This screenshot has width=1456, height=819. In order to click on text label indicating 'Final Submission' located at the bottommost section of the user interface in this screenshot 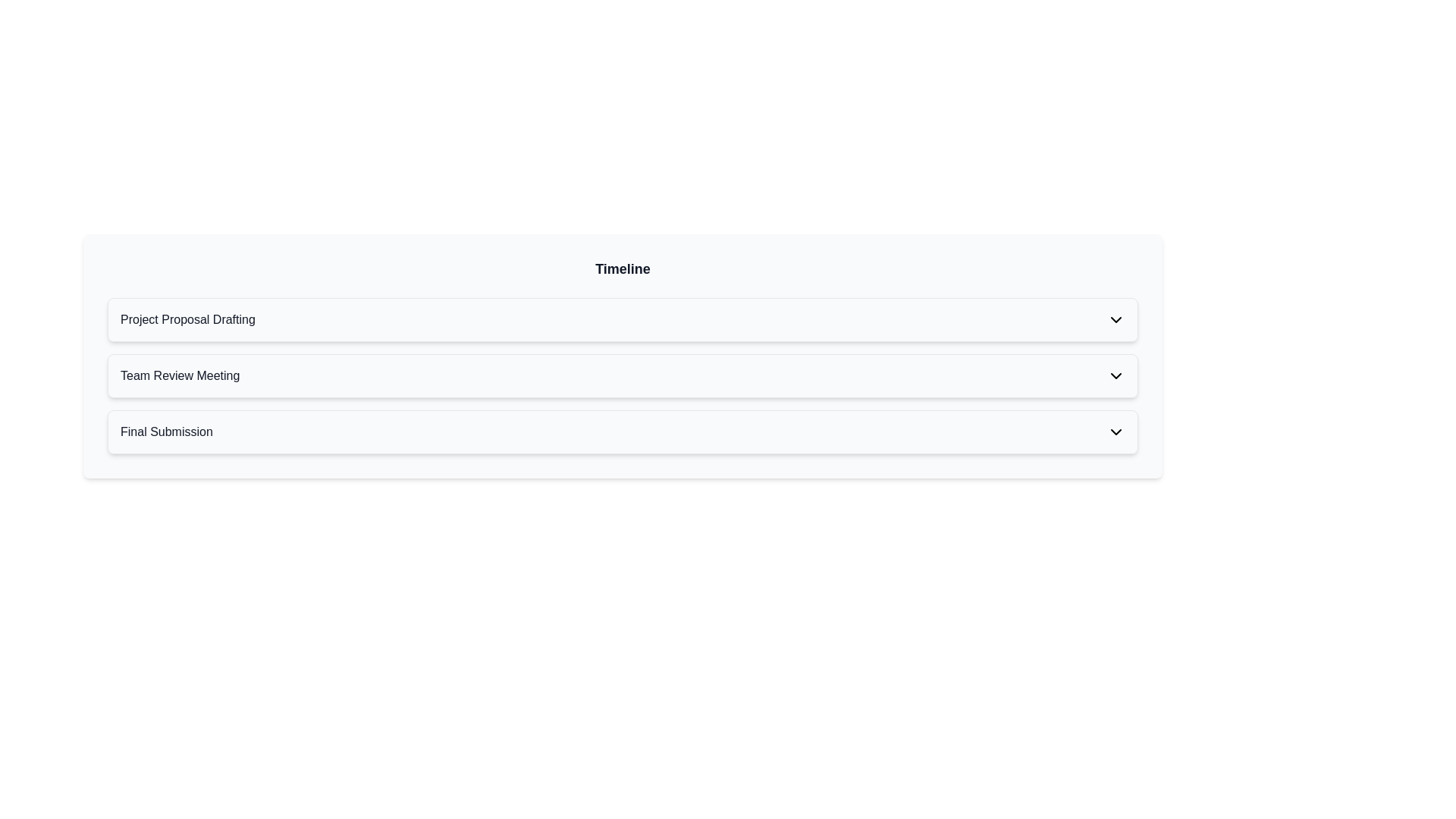, I will do `click(166, 432)`.